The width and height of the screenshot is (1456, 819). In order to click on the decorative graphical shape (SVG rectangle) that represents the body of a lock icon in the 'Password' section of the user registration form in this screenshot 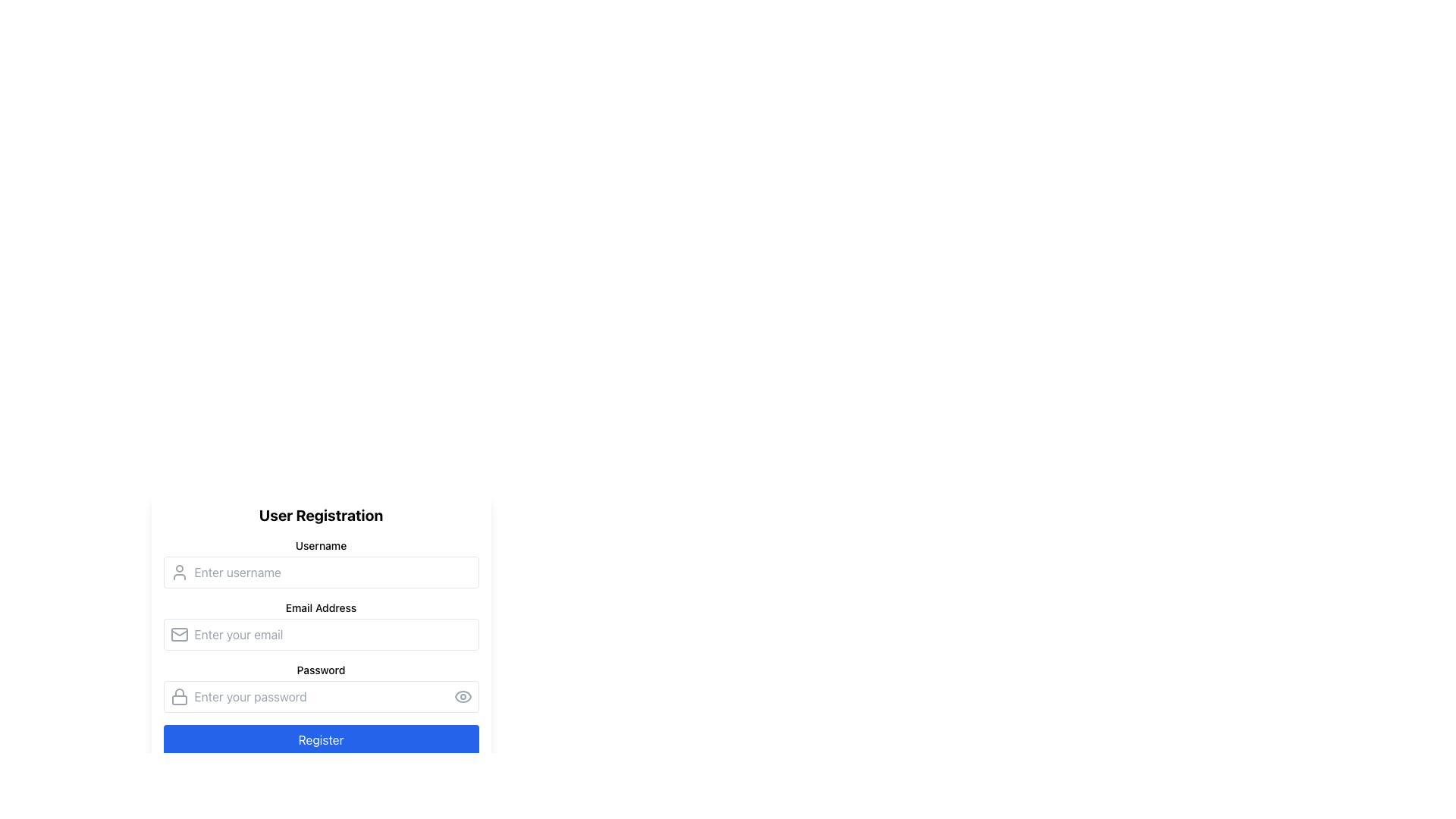, I will do `click(179, 700)`.